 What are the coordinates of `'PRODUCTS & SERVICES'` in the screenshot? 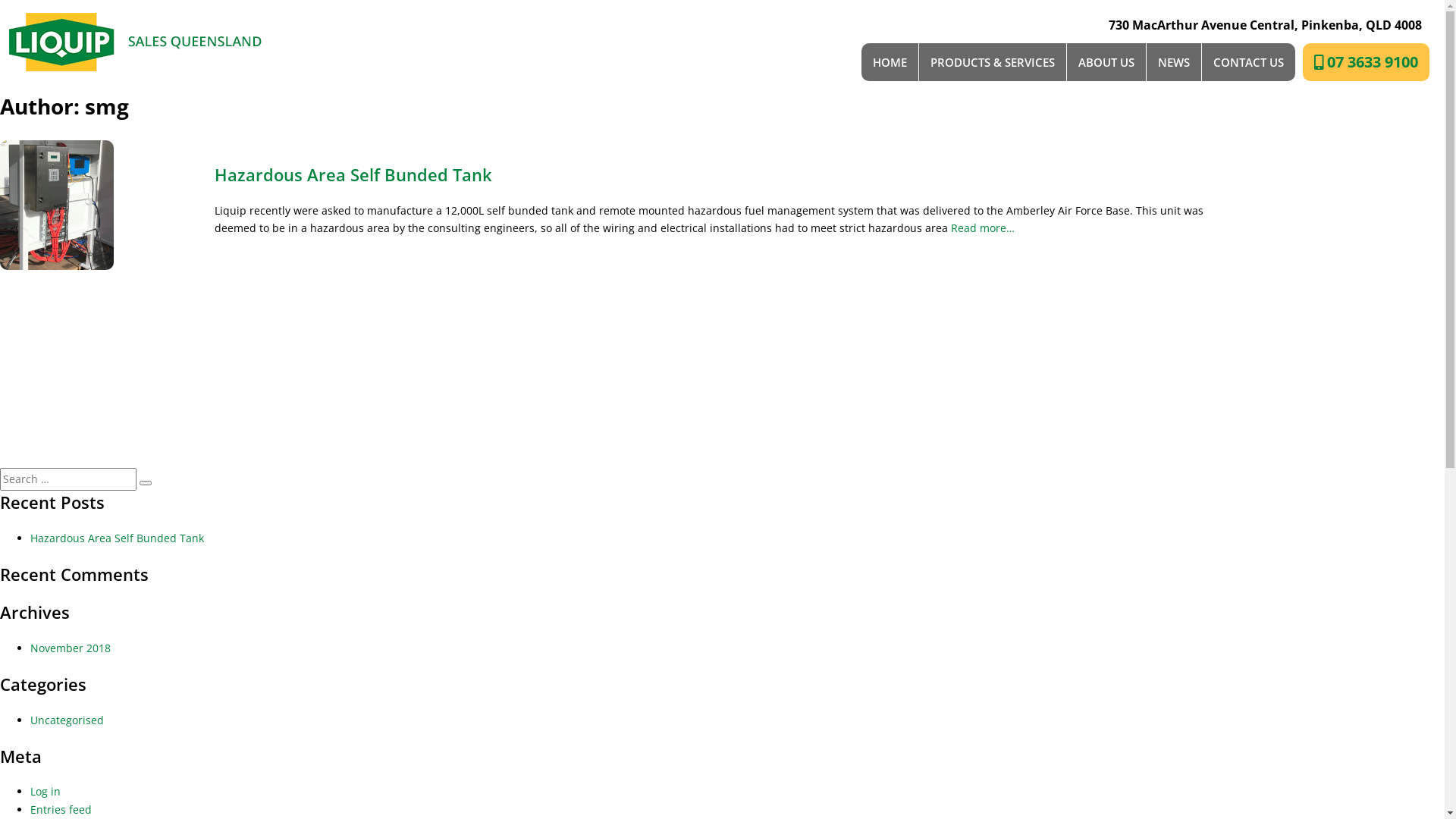 It's located at (993, 61).